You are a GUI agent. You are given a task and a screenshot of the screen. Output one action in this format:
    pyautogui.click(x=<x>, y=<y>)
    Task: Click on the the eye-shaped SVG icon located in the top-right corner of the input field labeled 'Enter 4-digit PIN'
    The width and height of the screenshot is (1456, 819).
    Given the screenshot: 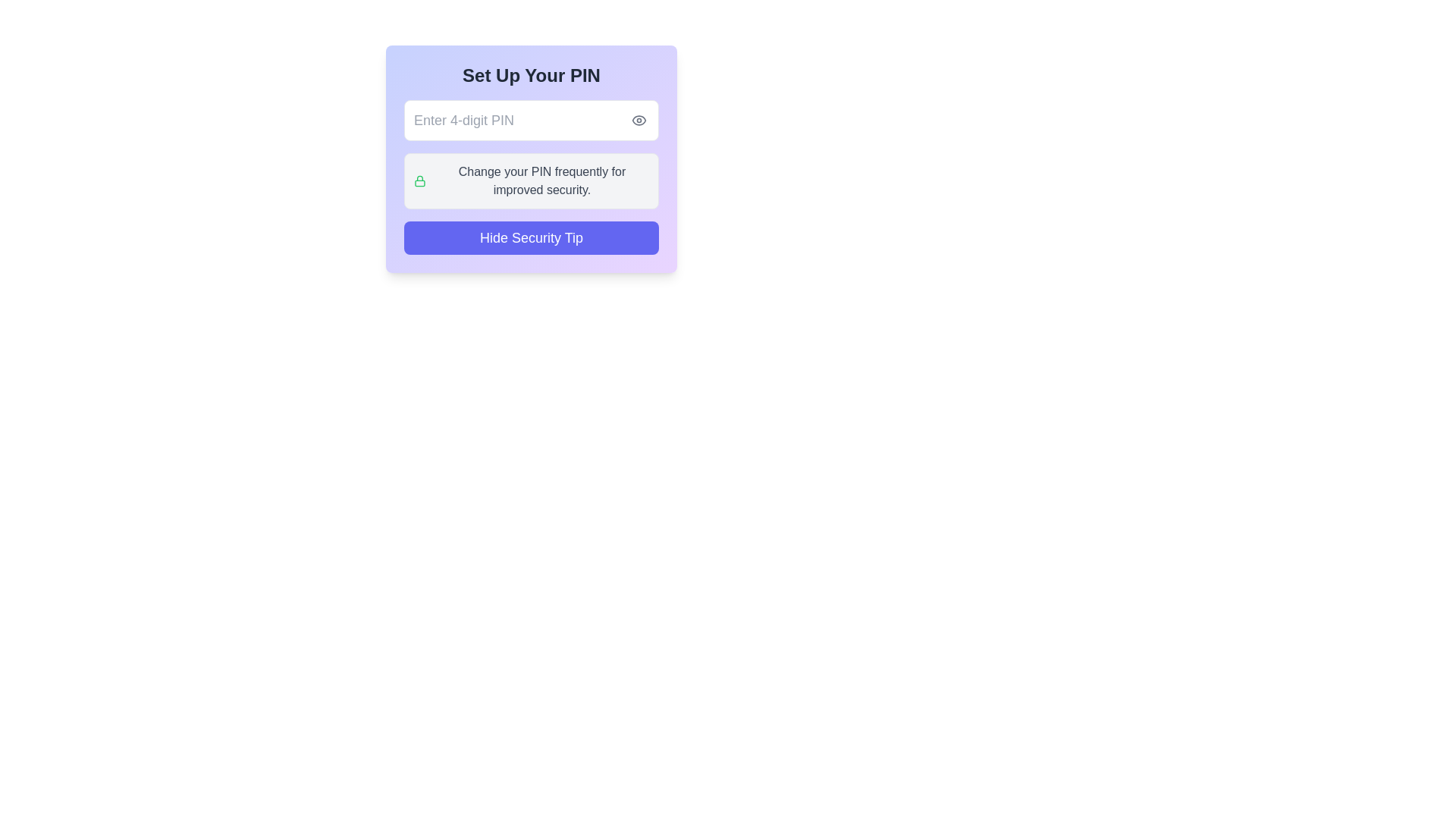 What is the action you would take?
    pyautogui.click(x=639, y=119)
    